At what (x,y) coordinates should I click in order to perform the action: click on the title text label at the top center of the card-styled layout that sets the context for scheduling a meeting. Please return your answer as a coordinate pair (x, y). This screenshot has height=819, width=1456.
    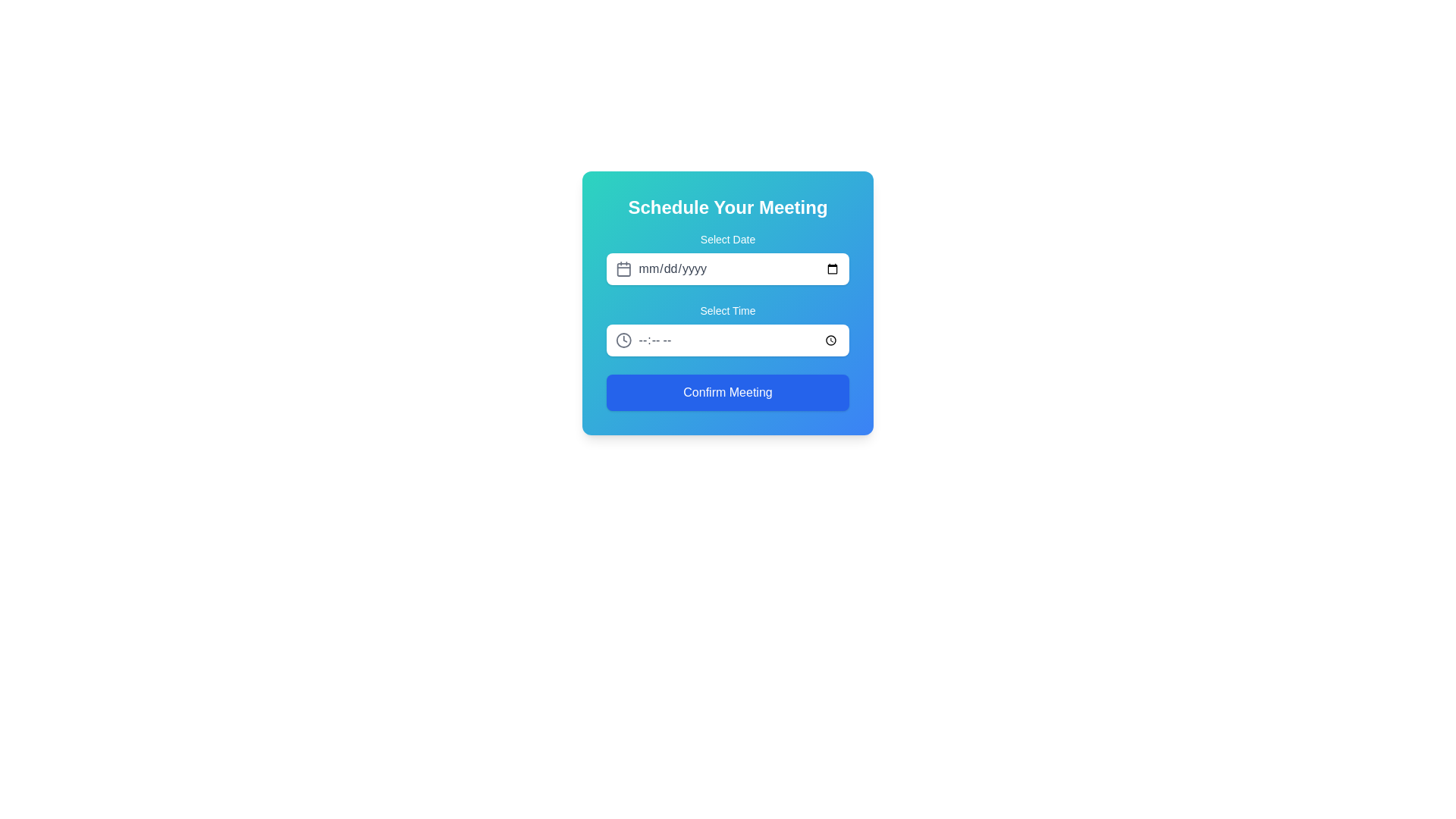
    Looking at the image, I should click on (728, 207).